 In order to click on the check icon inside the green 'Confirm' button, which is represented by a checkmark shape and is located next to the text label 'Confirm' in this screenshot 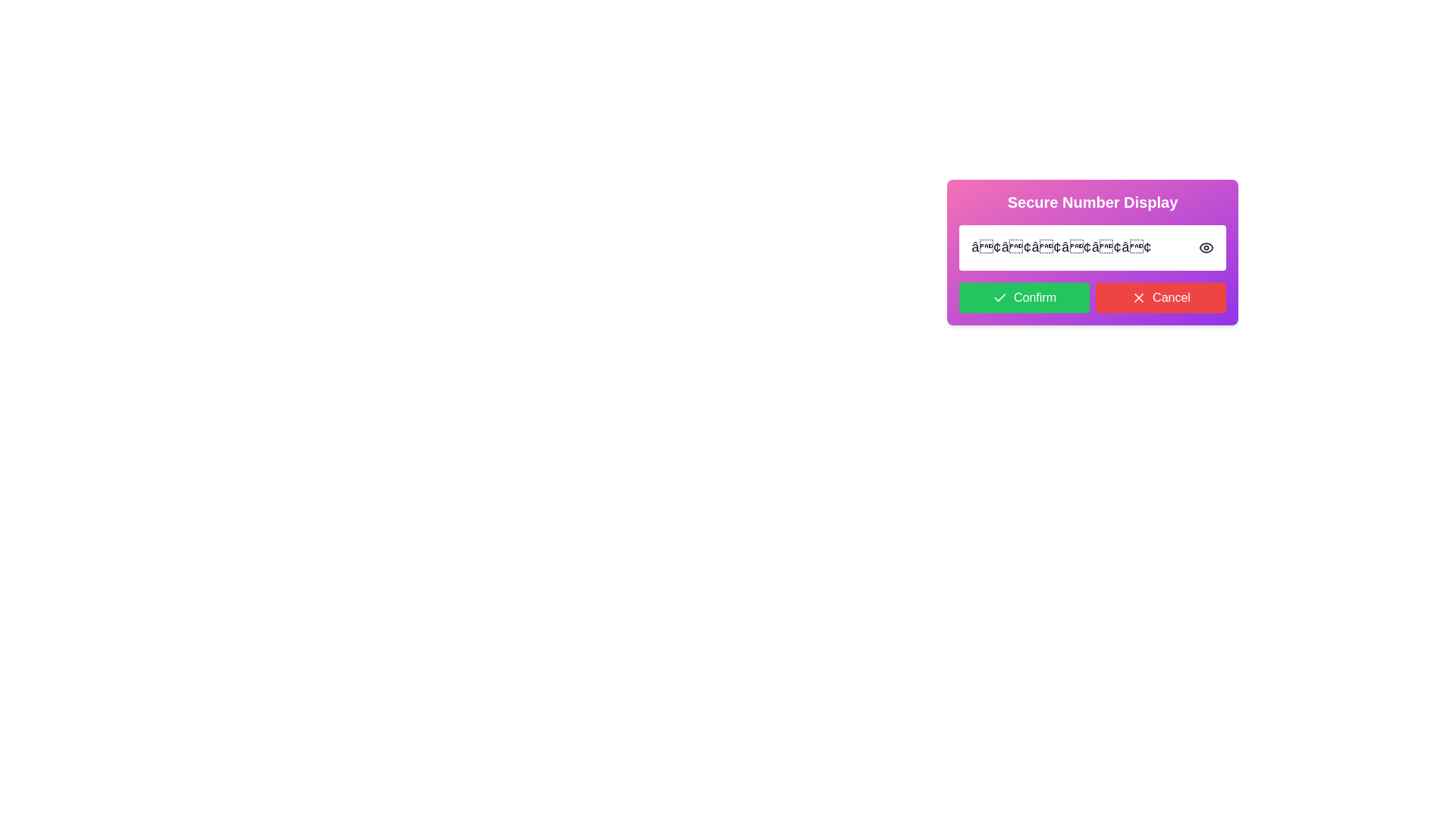, I will do `click(1000, 297)`.